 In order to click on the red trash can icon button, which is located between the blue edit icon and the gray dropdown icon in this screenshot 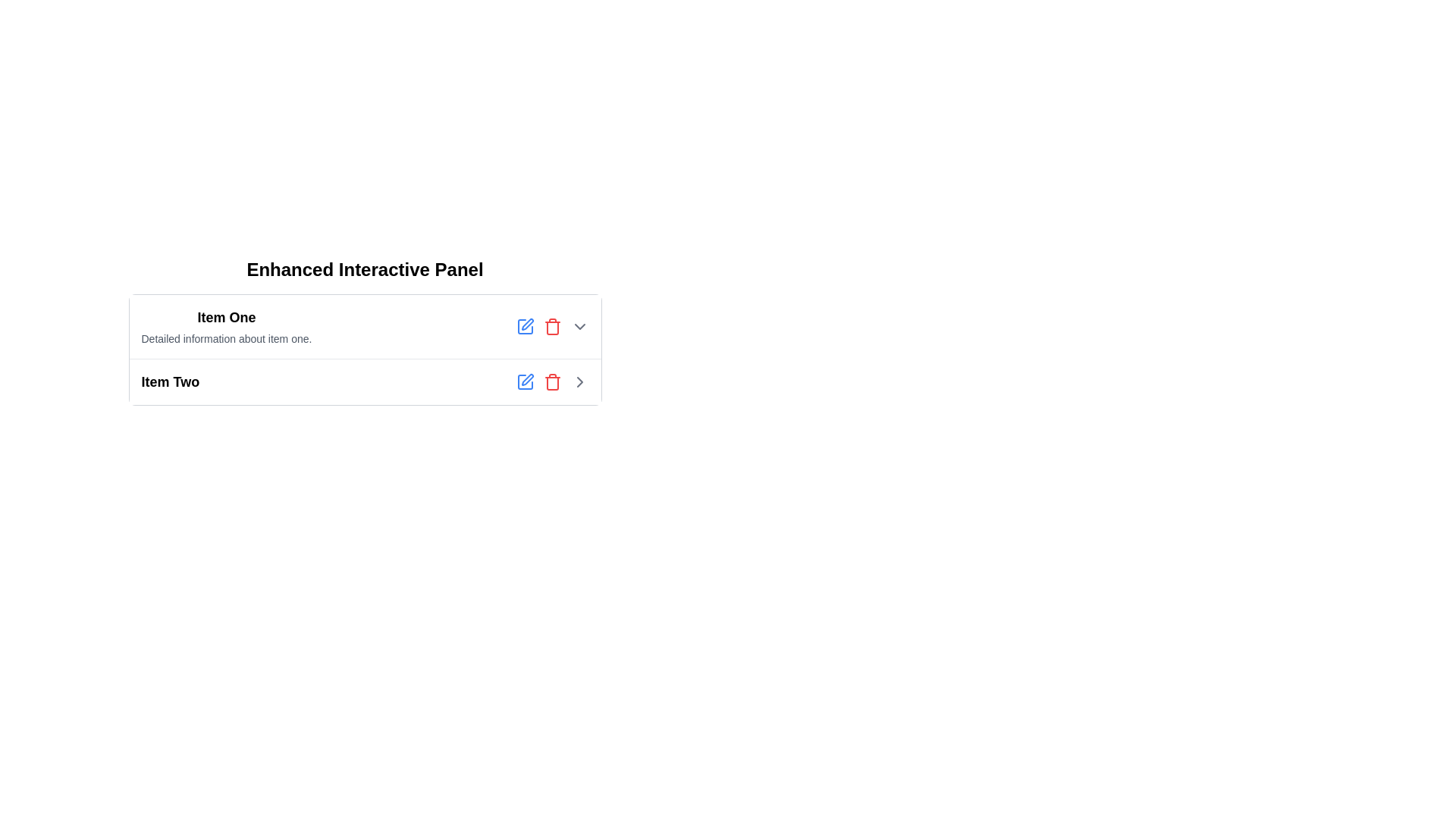, I will do `click(551, 326)`.